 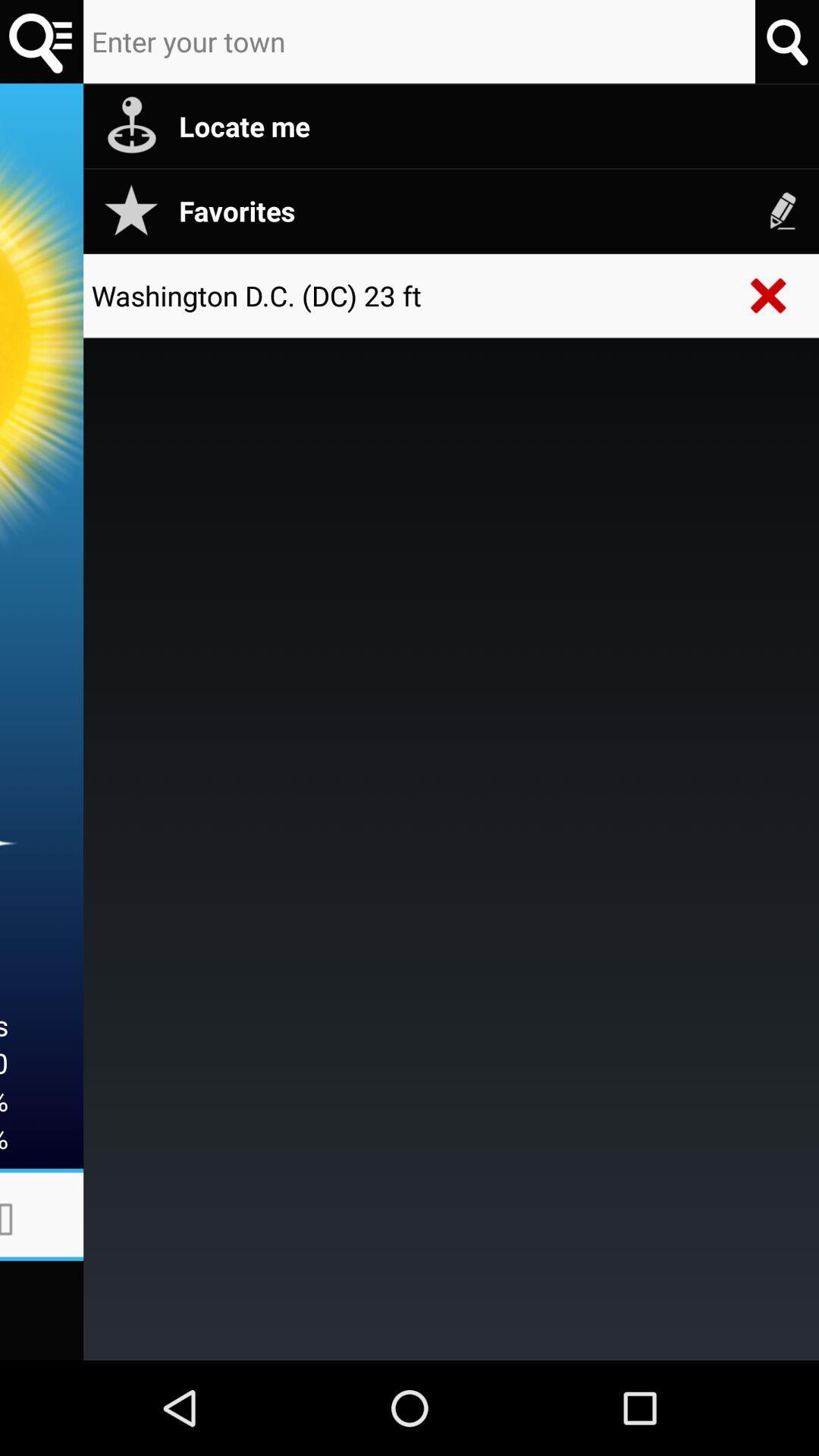 I want to click on the favorites icon, so click(x=491, y=210).